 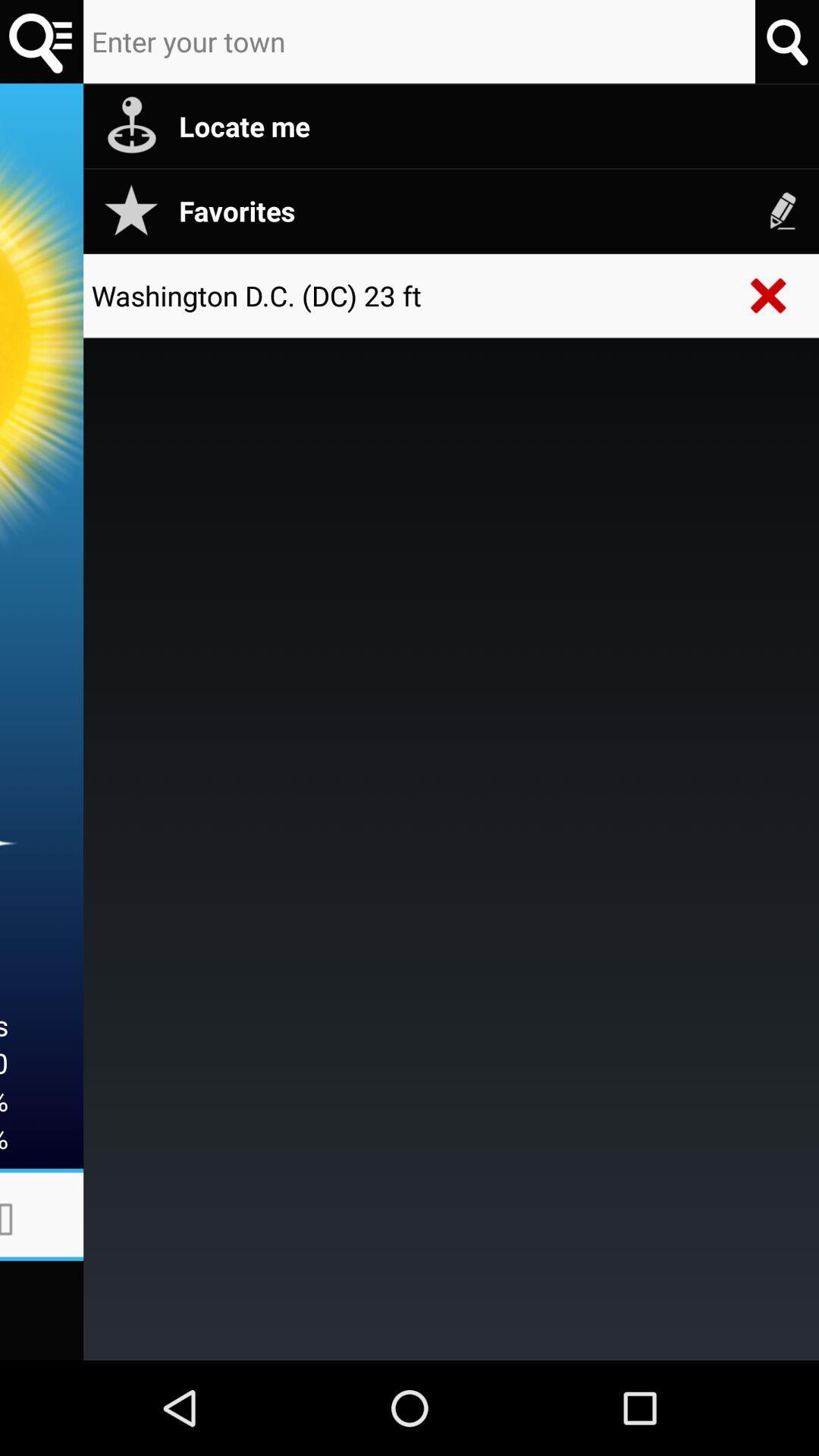 I want to click on the favorites icon, so click(x=491, y=210).